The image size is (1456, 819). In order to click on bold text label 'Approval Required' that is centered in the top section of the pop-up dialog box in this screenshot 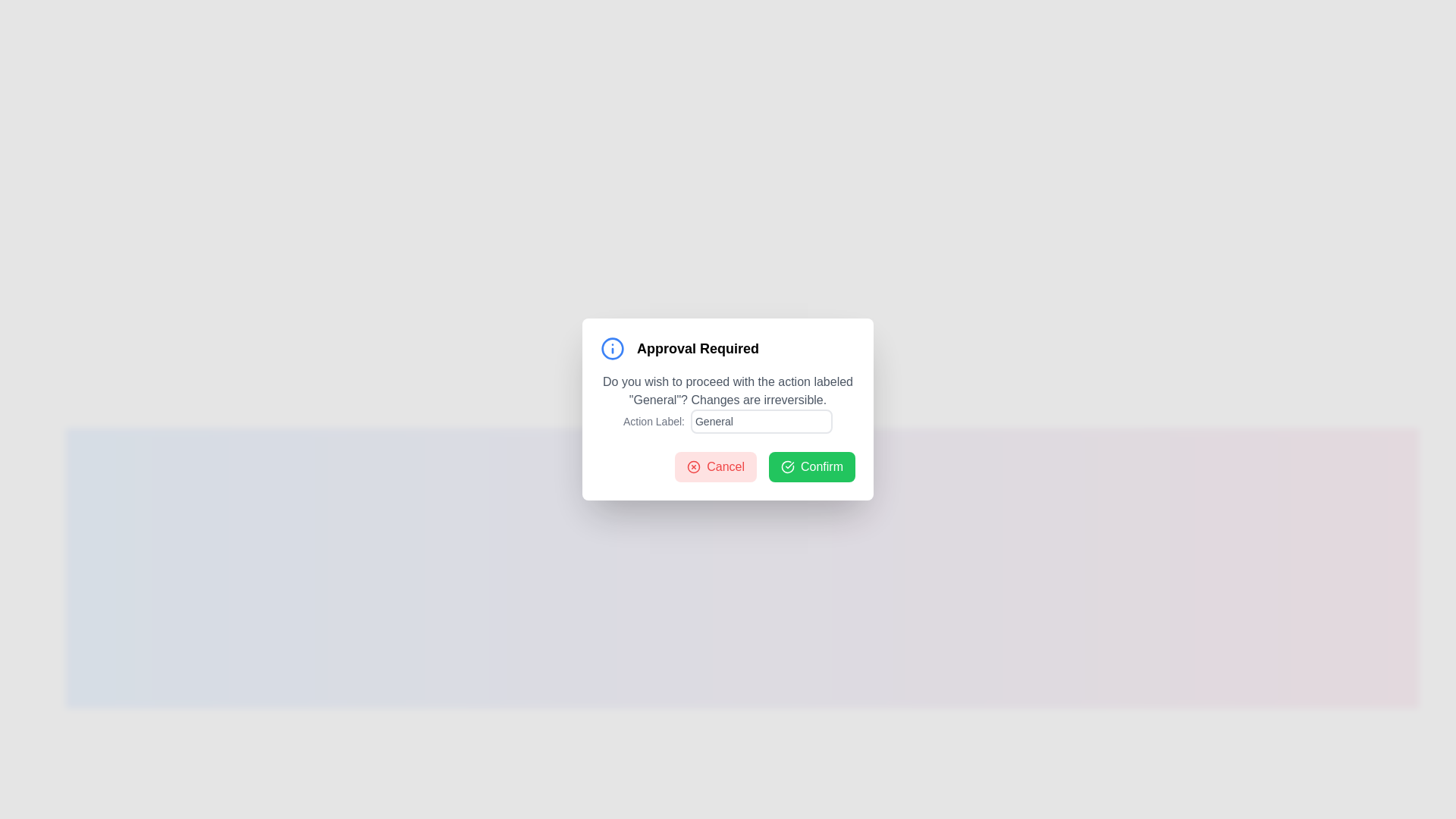, I will do `click(697, 348)`.